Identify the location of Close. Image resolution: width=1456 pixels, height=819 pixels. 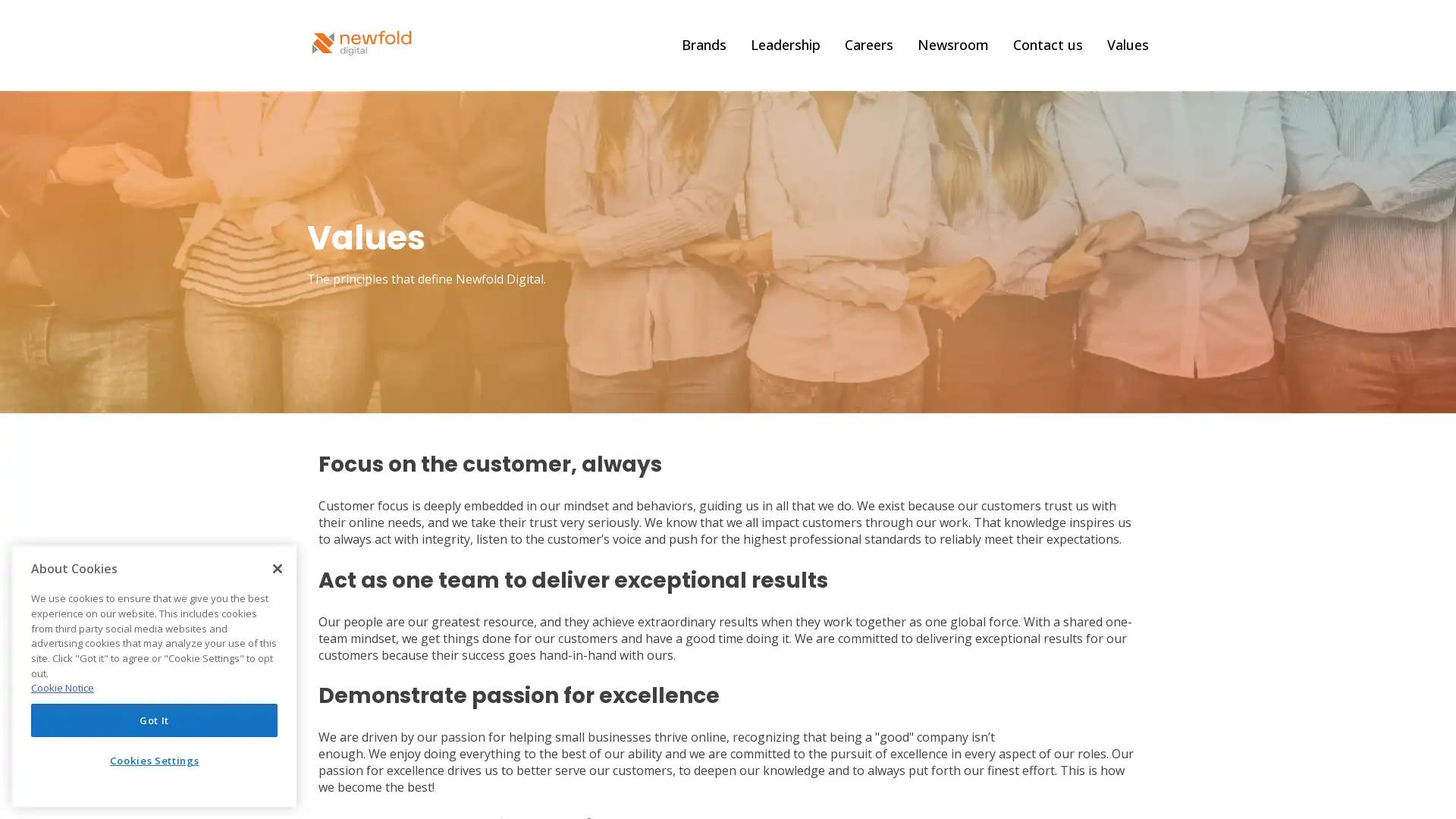
(277, 568).